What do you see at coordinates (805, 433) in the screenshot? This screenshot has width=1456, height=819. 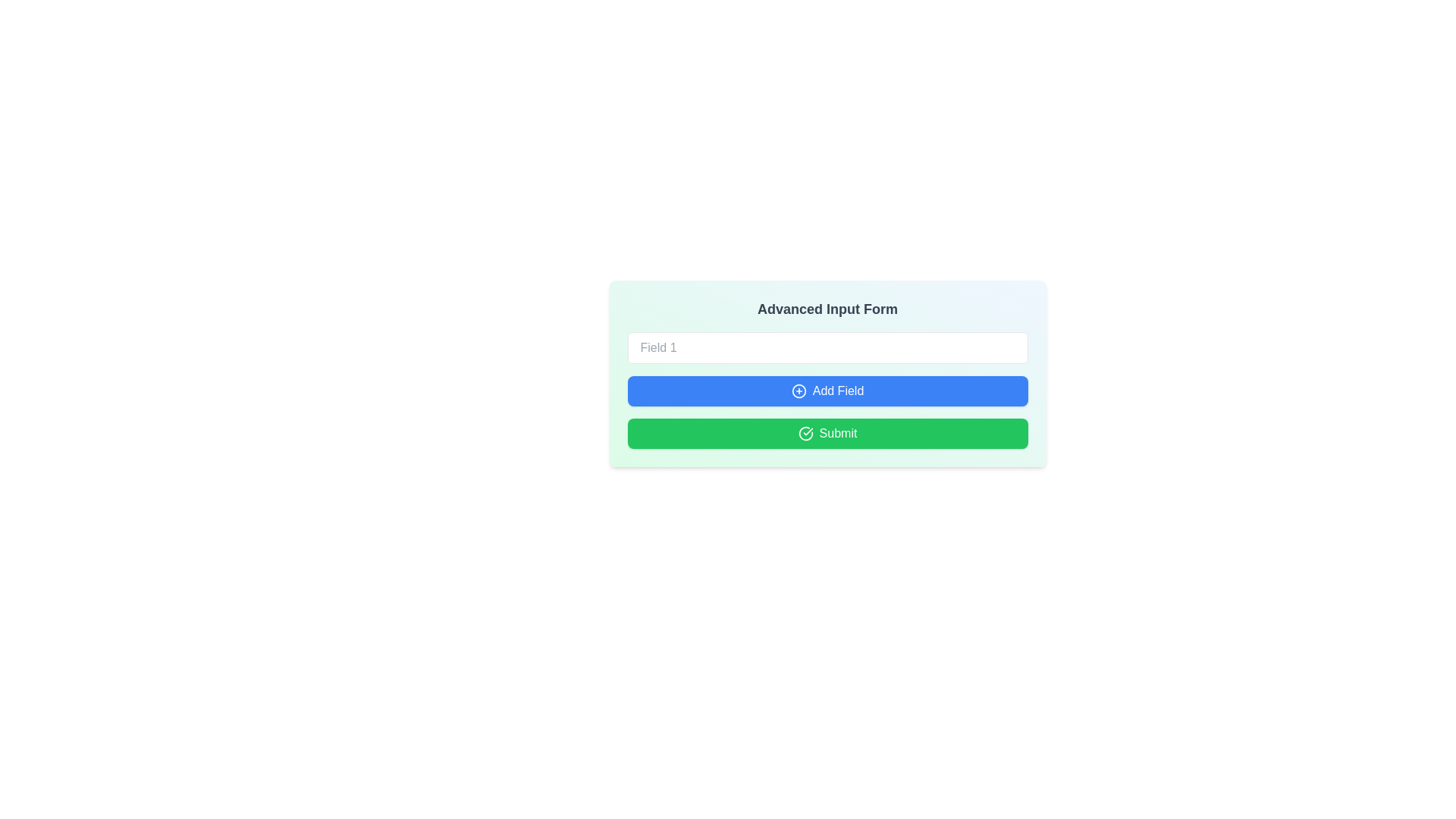 I see `the 'Submit' button which contains the success icon on the left side of the text` at bounding box center [805, 433].